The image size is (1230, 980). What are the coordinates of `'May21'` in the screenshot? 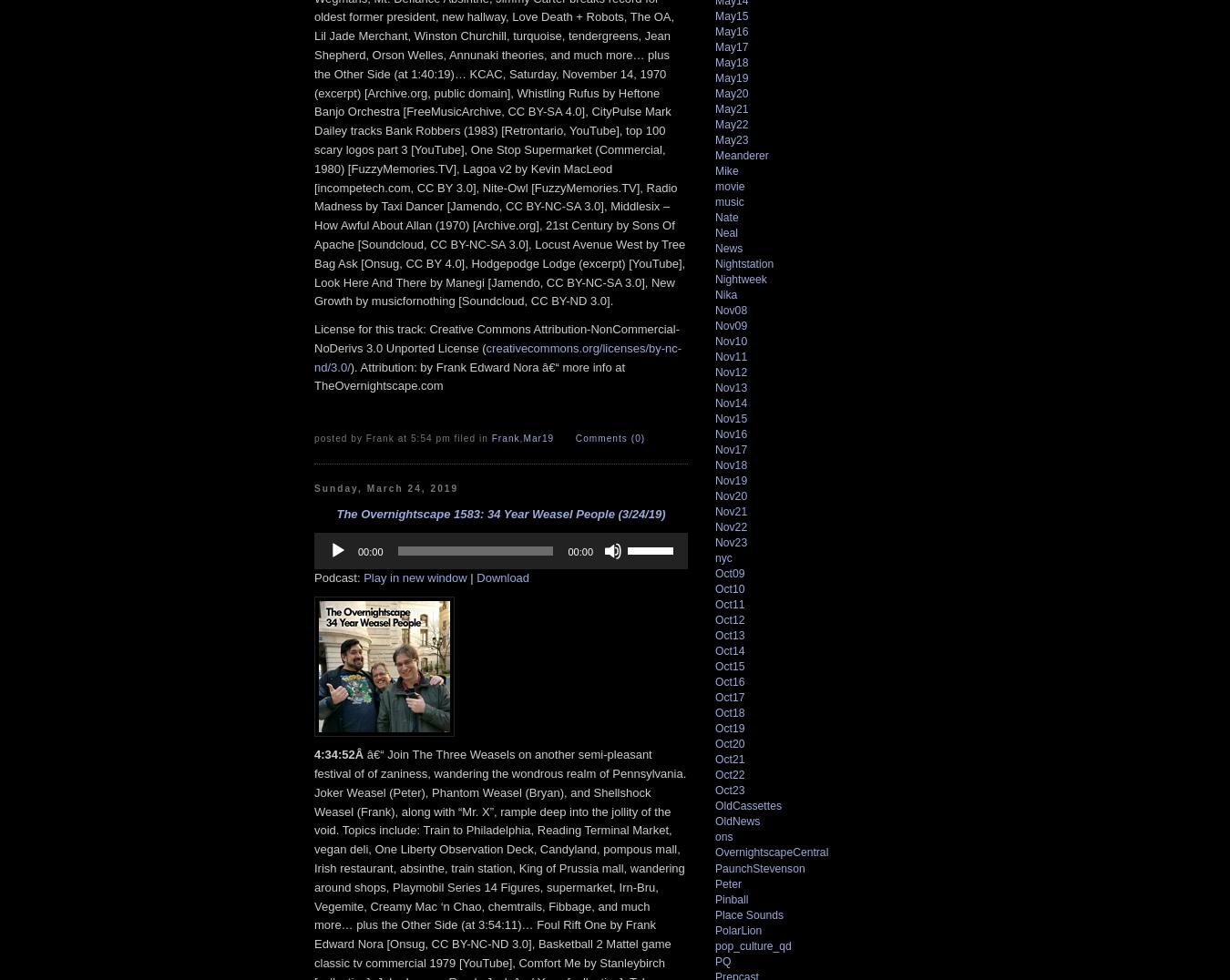 It's located at (731, 107).